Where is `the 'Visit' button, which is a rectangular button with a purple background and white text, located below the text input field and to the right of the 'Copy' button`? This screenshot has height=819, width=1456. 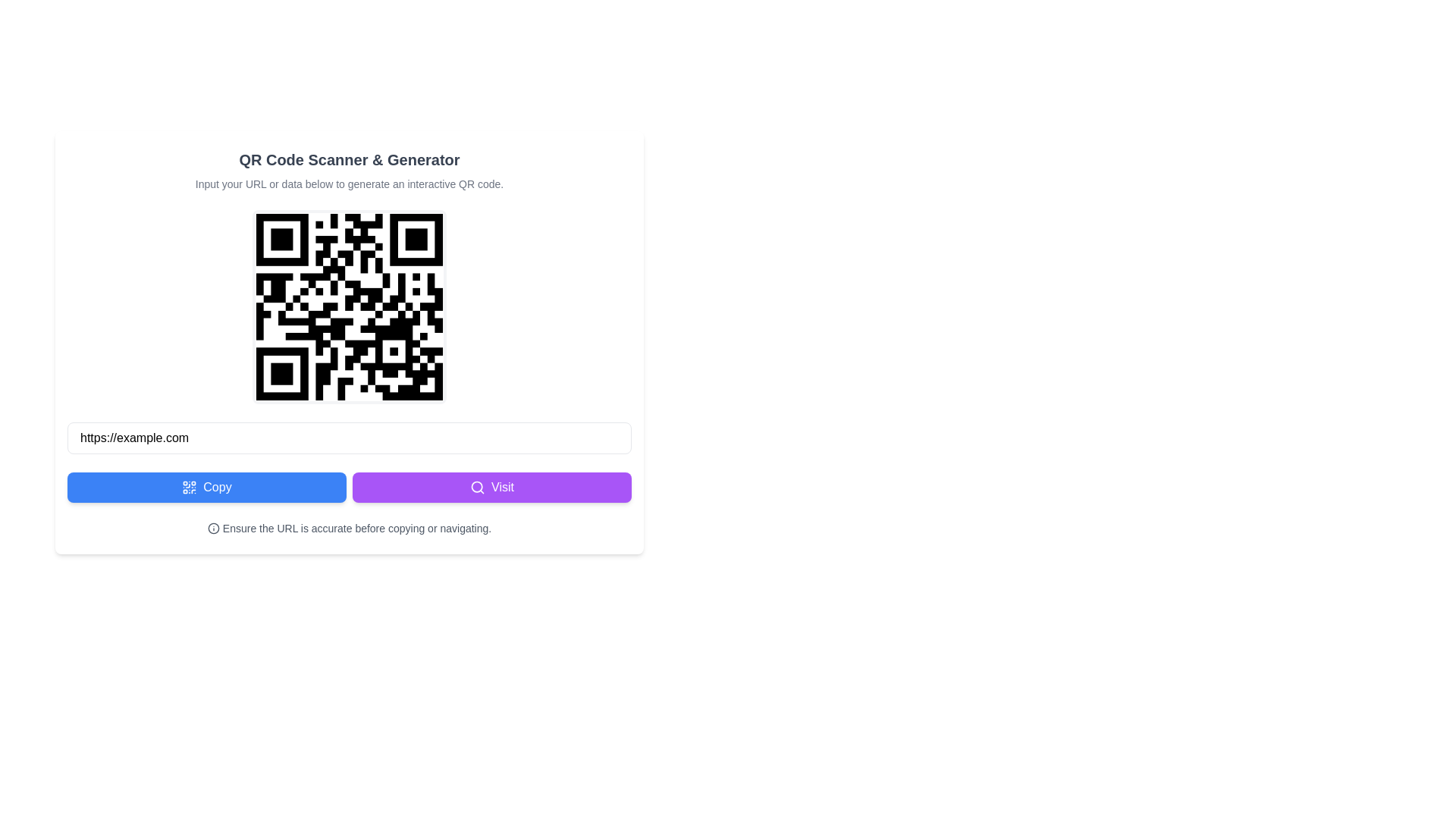 the 'Visit' button, which is a rectangular button with a purple background and white text, located below the text input field and to the right of the 'Copy' button is located at coordinates (491, 488).